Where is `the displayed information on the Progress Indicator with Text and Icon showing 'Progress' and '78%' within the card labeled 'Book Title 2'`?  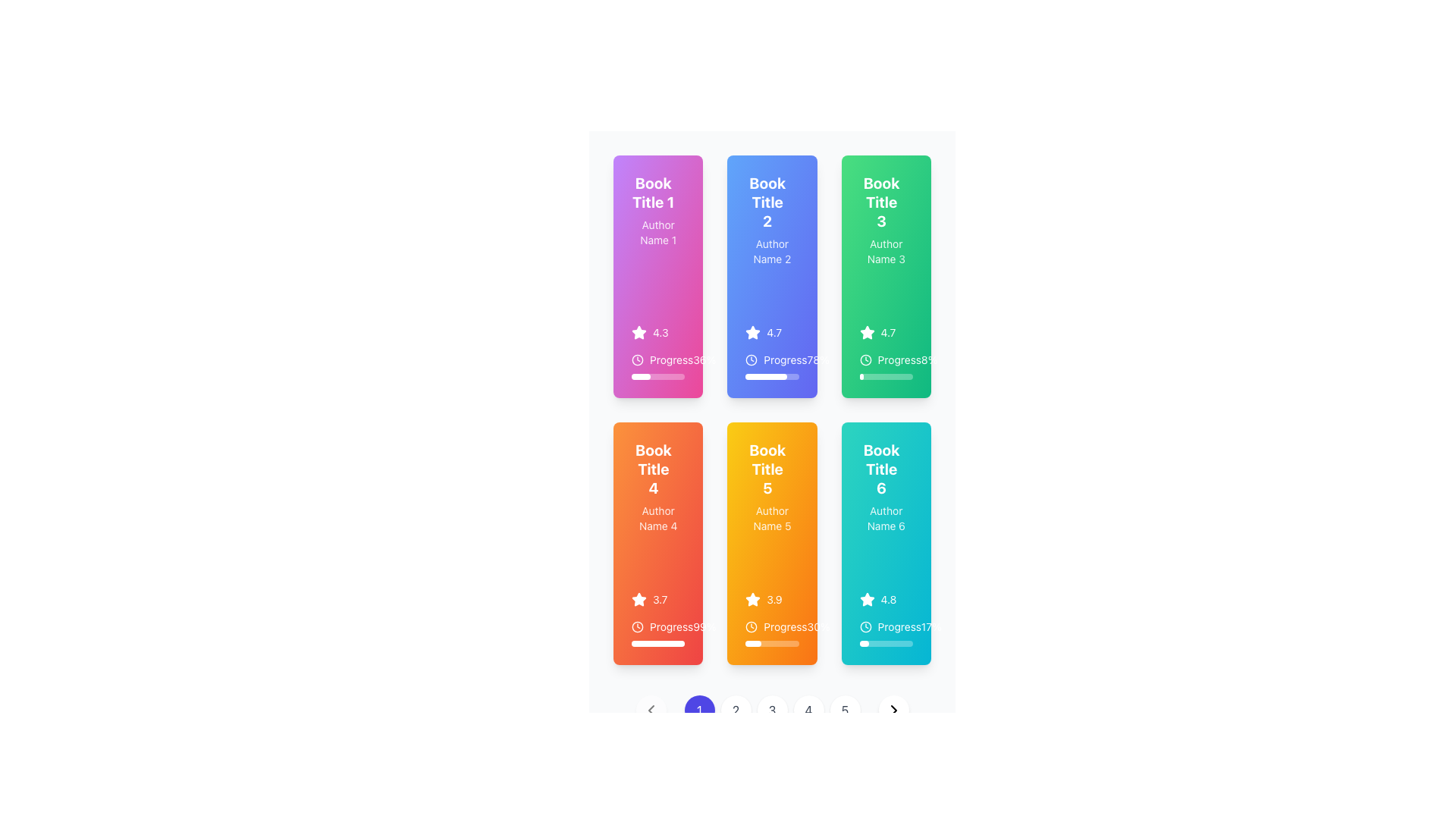
the displayed information on the Progress Indicator with Text and Icon showing 'Progress' and '78%' within the card labeled 'Book Title 2' is located at coordinates (772, 353).